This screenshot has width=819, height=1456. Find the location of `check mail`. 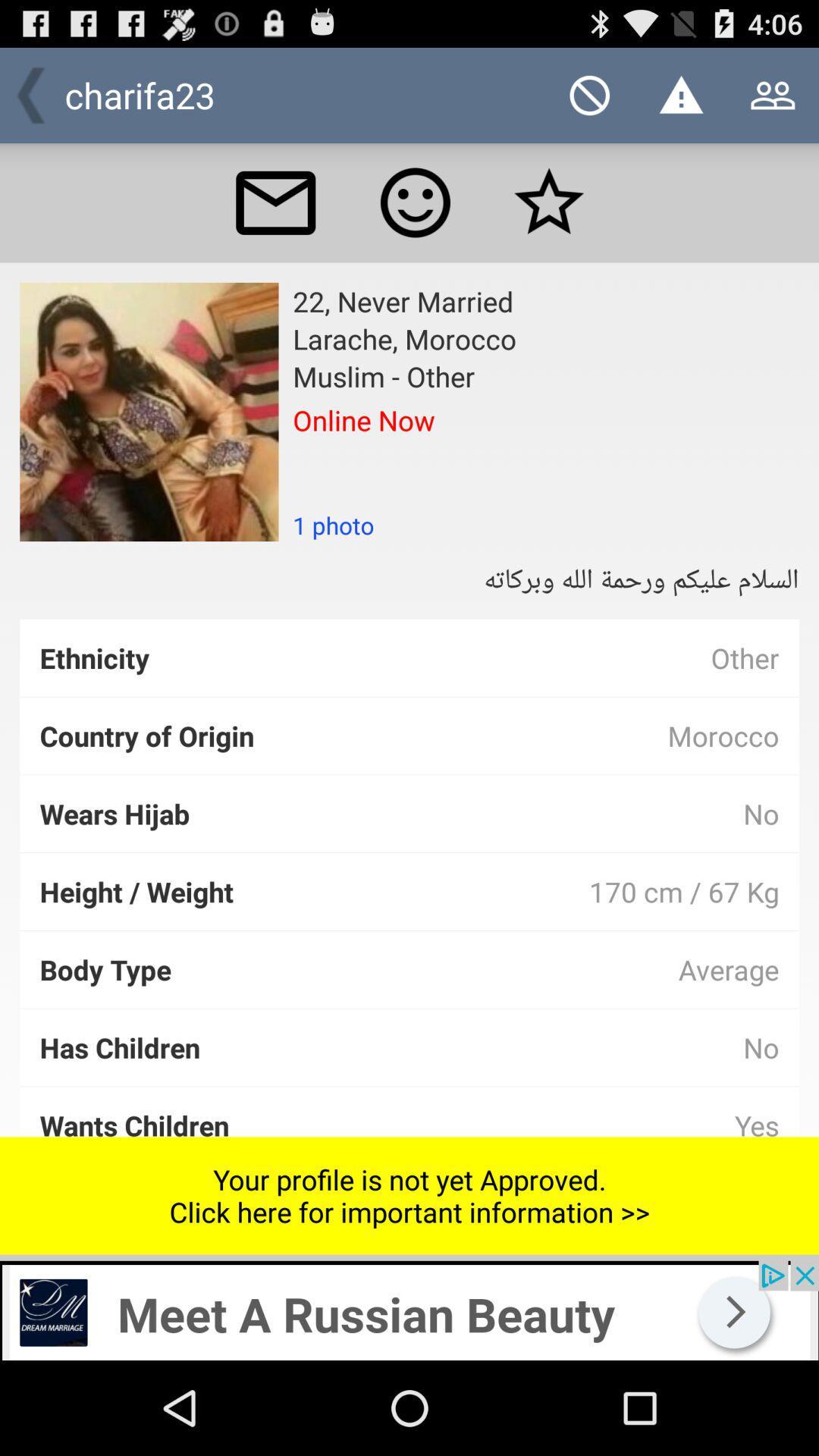

check mail is located at coordinates (275, 202).